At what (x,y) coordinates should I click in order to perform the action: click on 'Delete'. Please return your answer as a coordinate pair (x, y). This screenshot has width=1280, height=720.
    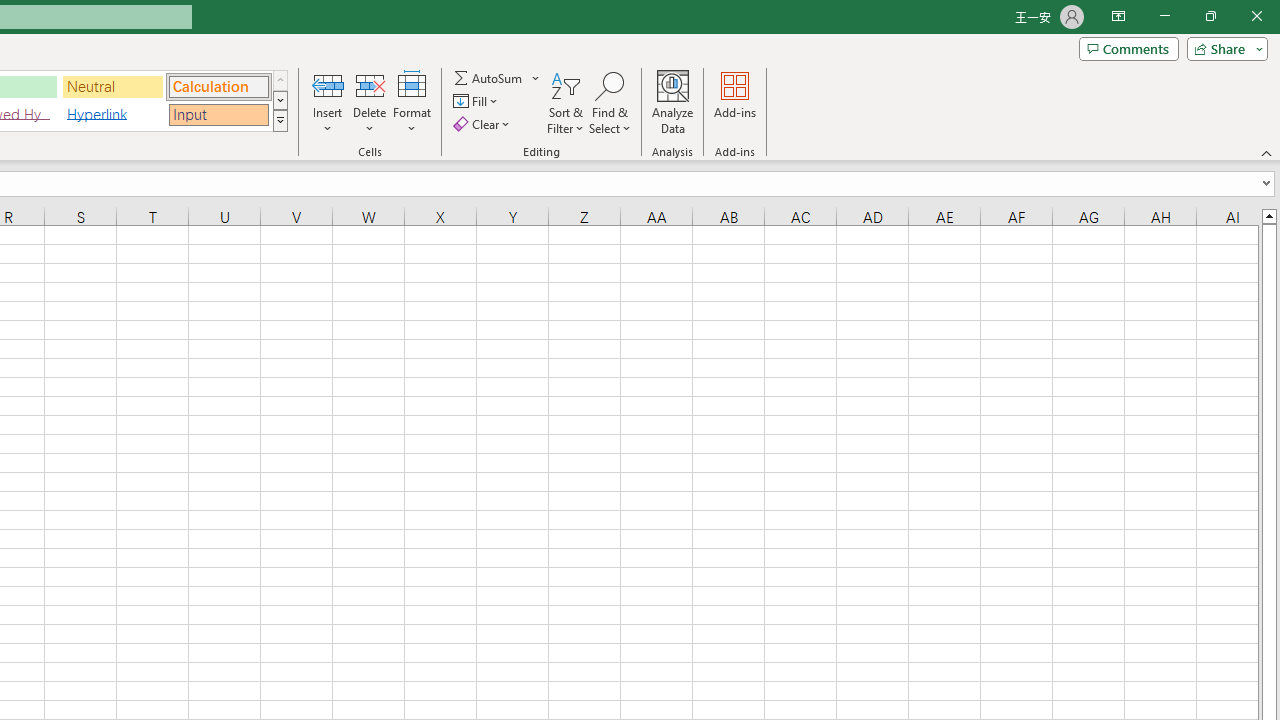
    Looking at the image, I should click on (369, 103).